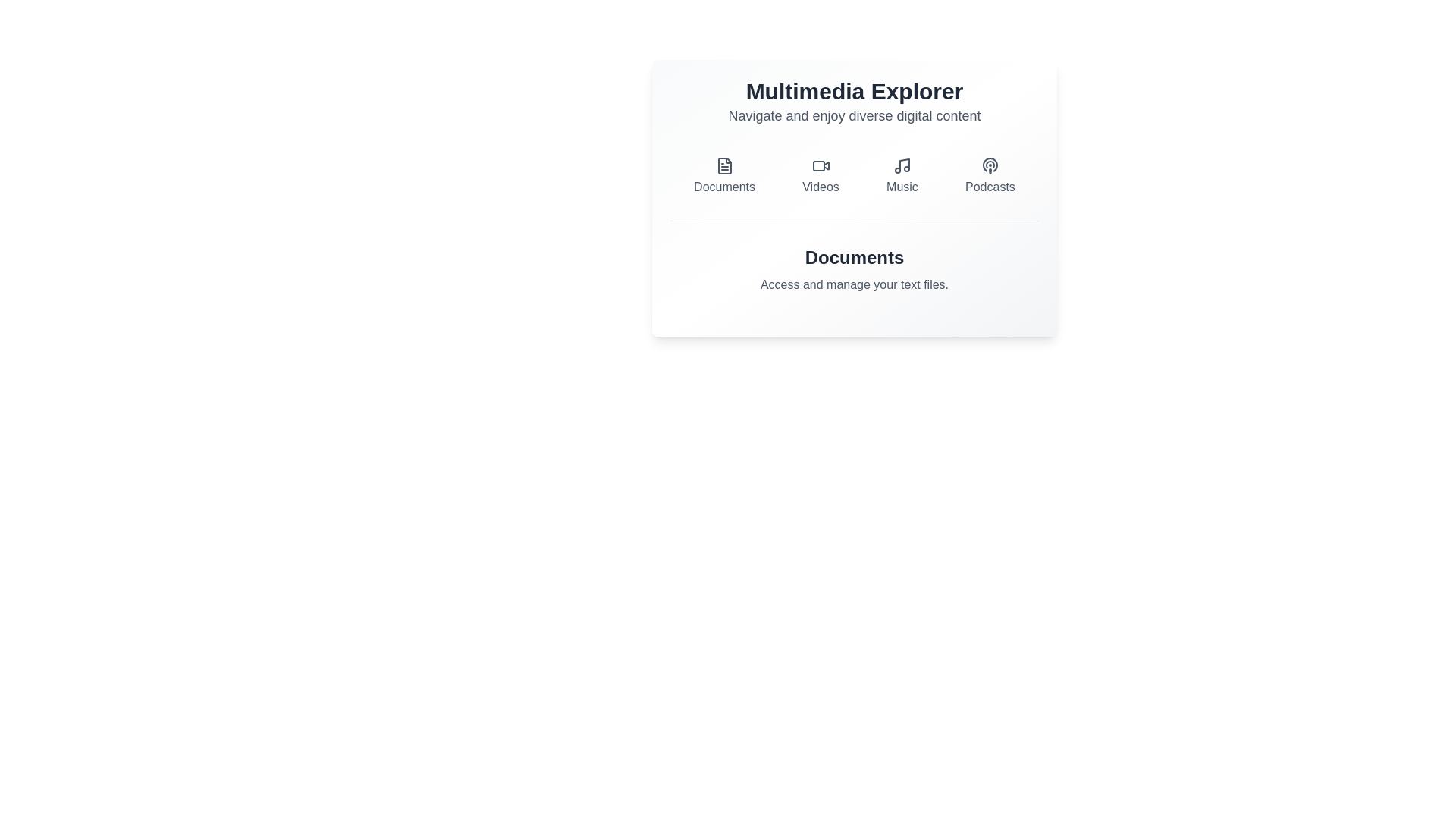 This screenshot has width=1456, height=819. Describe the element at coordinates (723, 175) in the screenshot. I see `the Documents button to switch to the corresponding tab` at that location.